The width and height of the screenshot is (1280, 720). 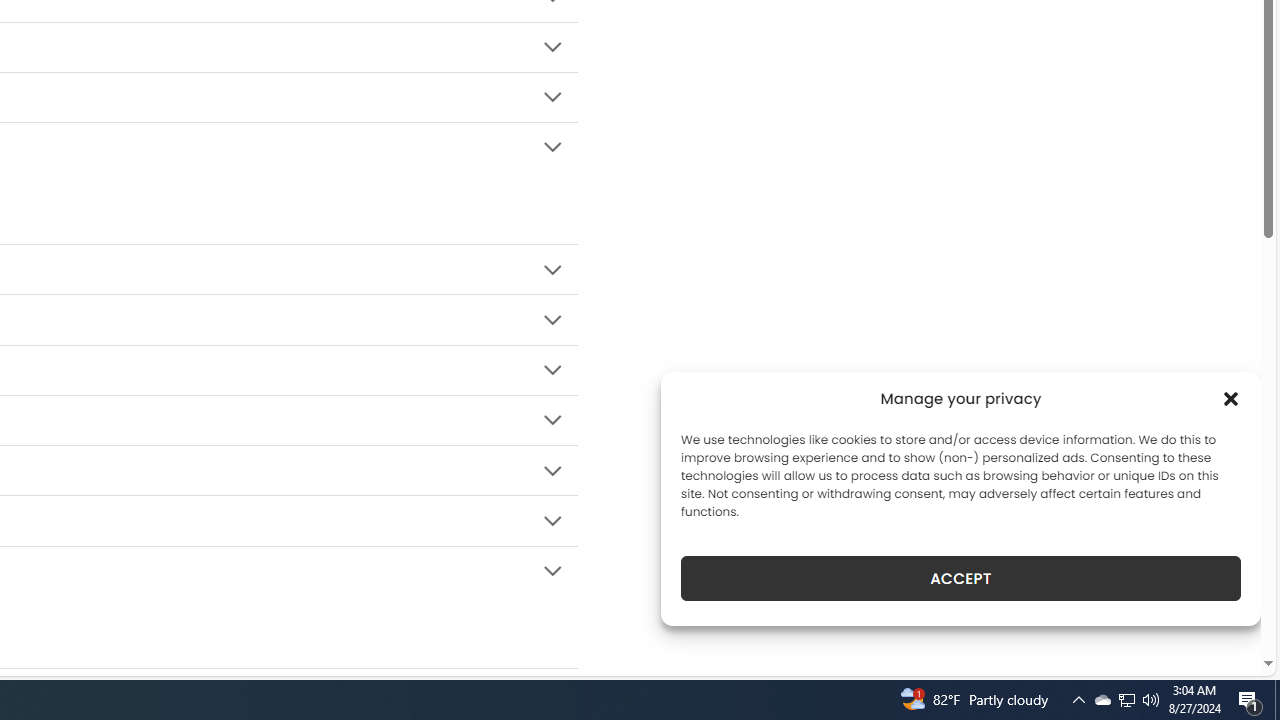 I want to click on 'Class: cmplz-close', so click(x=1230, y=398).